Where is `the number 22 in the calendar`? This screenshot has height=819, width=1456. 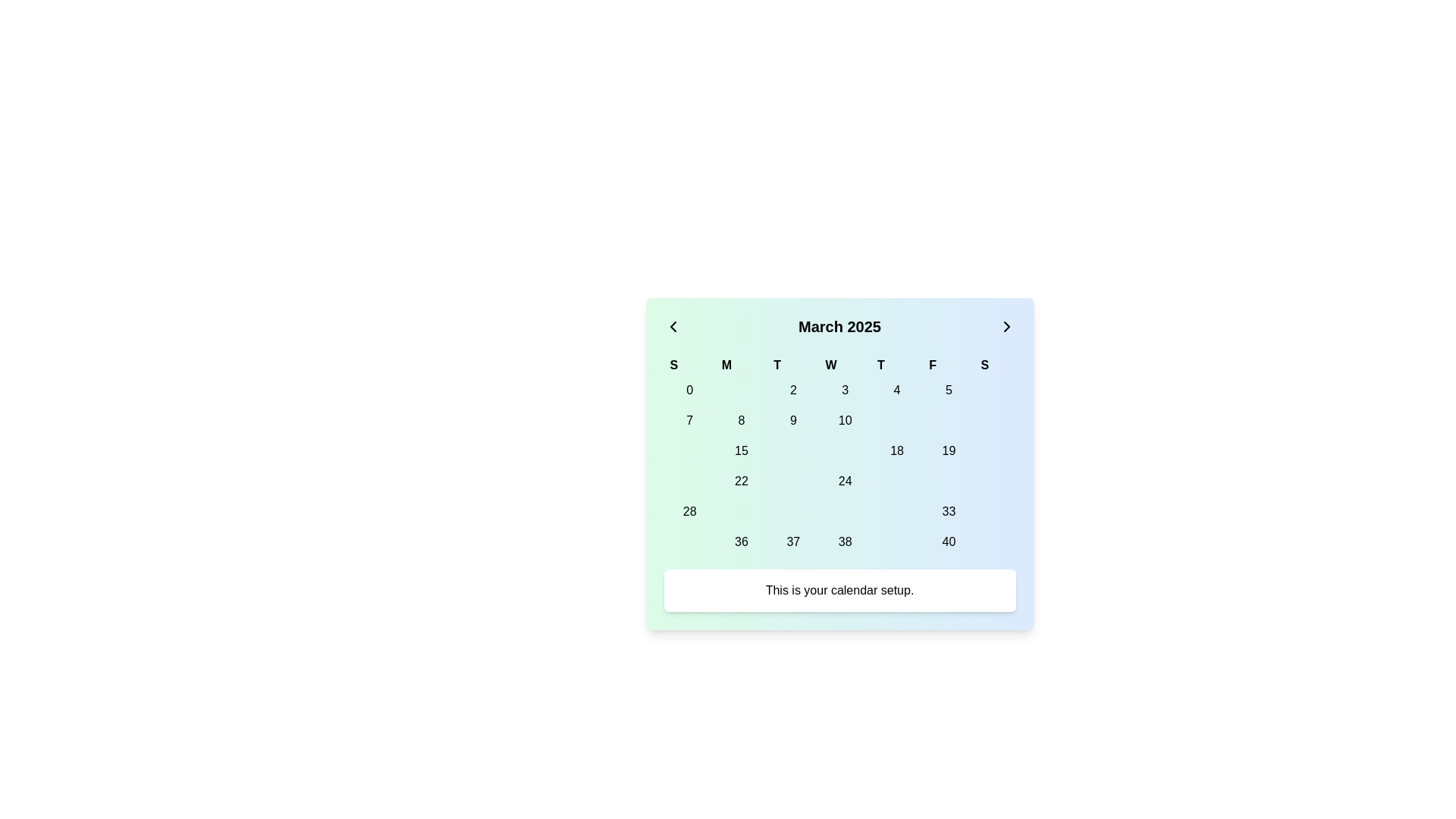 the number 22 in the calendar is located at coordinates (742, 482).